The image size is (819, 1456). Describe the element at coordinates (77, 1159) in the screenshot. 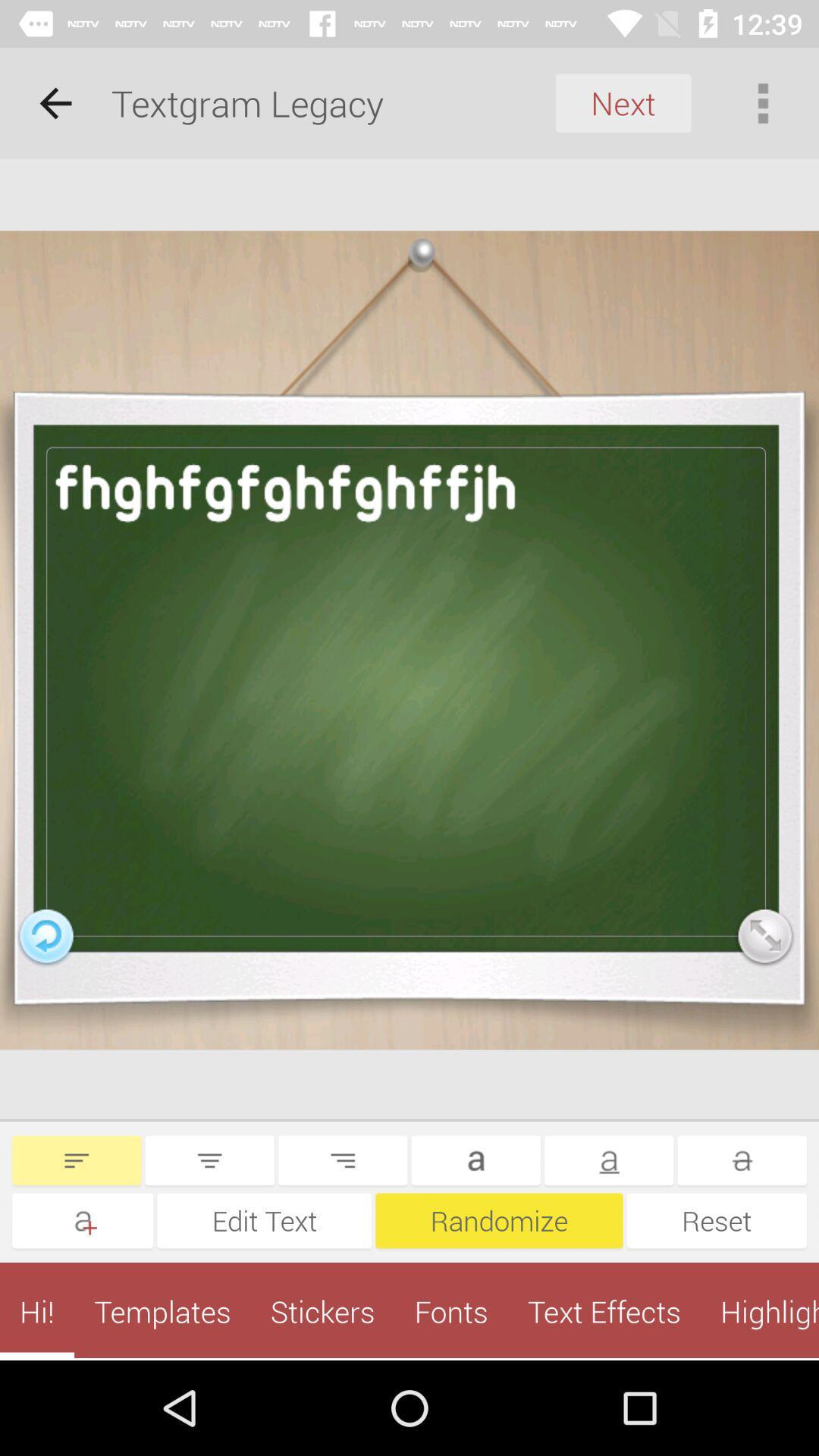

I see `left align text` at that location.